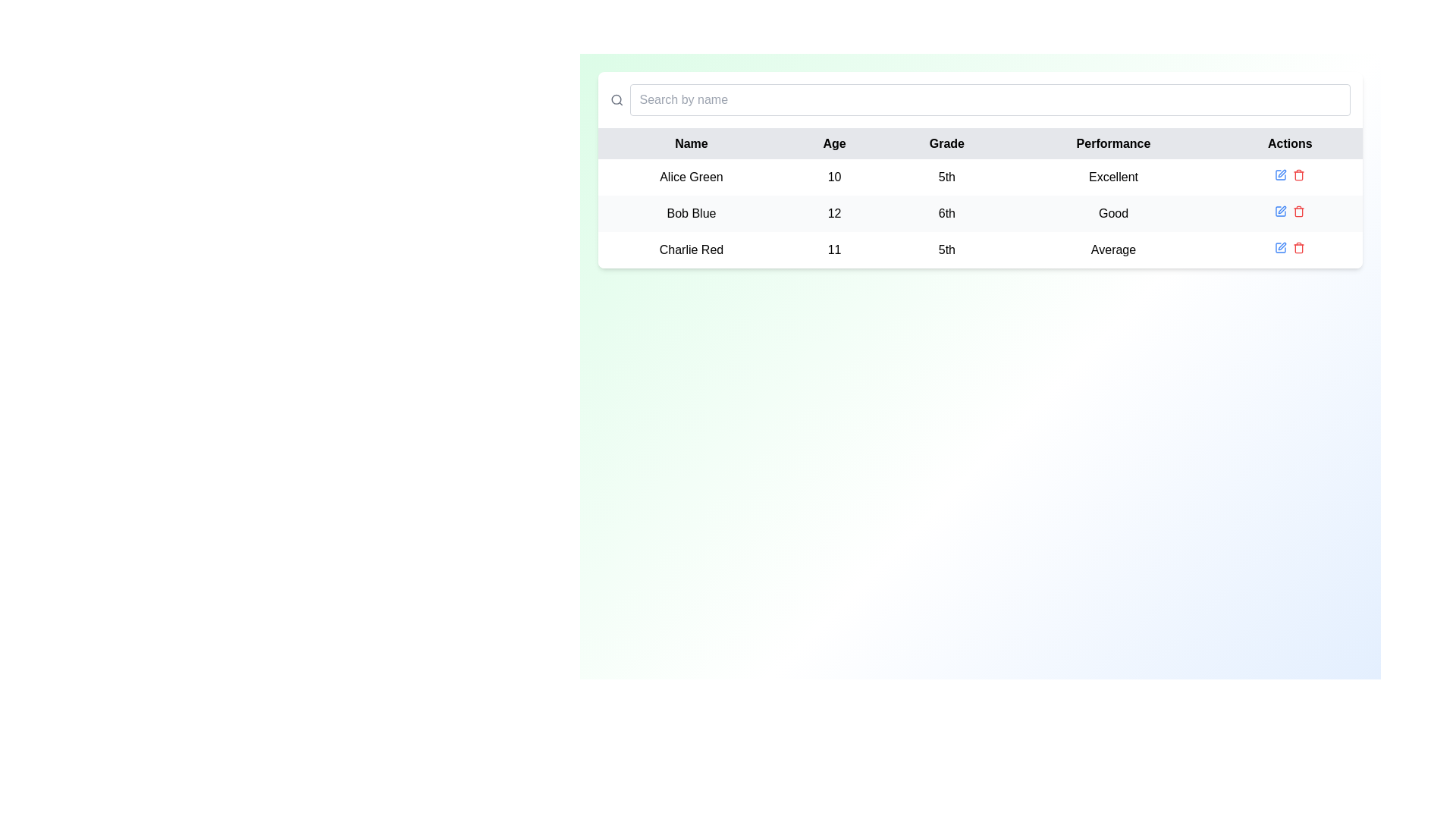  I want to click on the 'Edit' icon button located in the 'Actions' column of the row for 'Charlie Red' to initiate an edit action, so click(1282, 245).